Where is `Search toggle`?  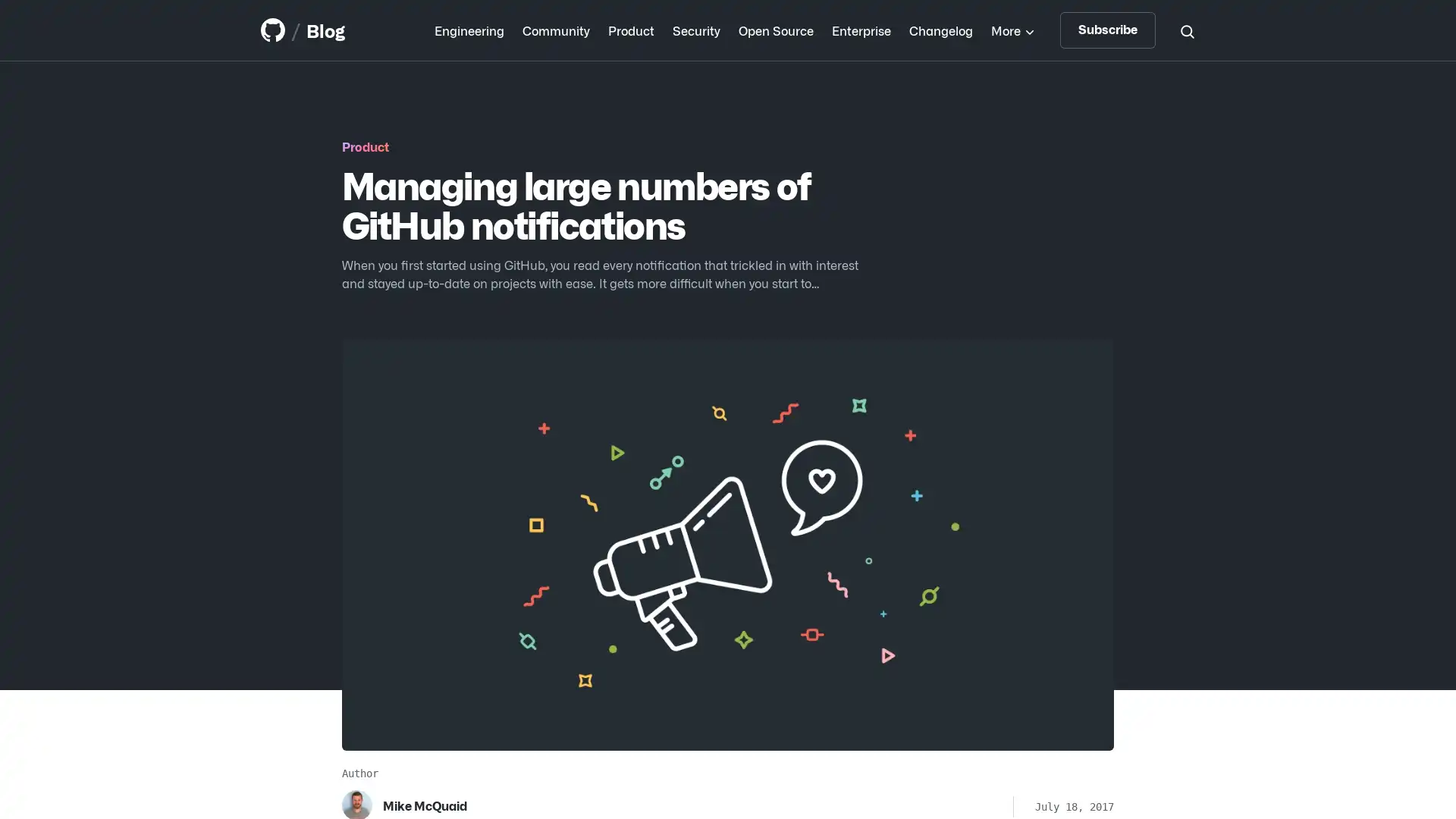
Search toggle is located at coordinates (1186, 29).